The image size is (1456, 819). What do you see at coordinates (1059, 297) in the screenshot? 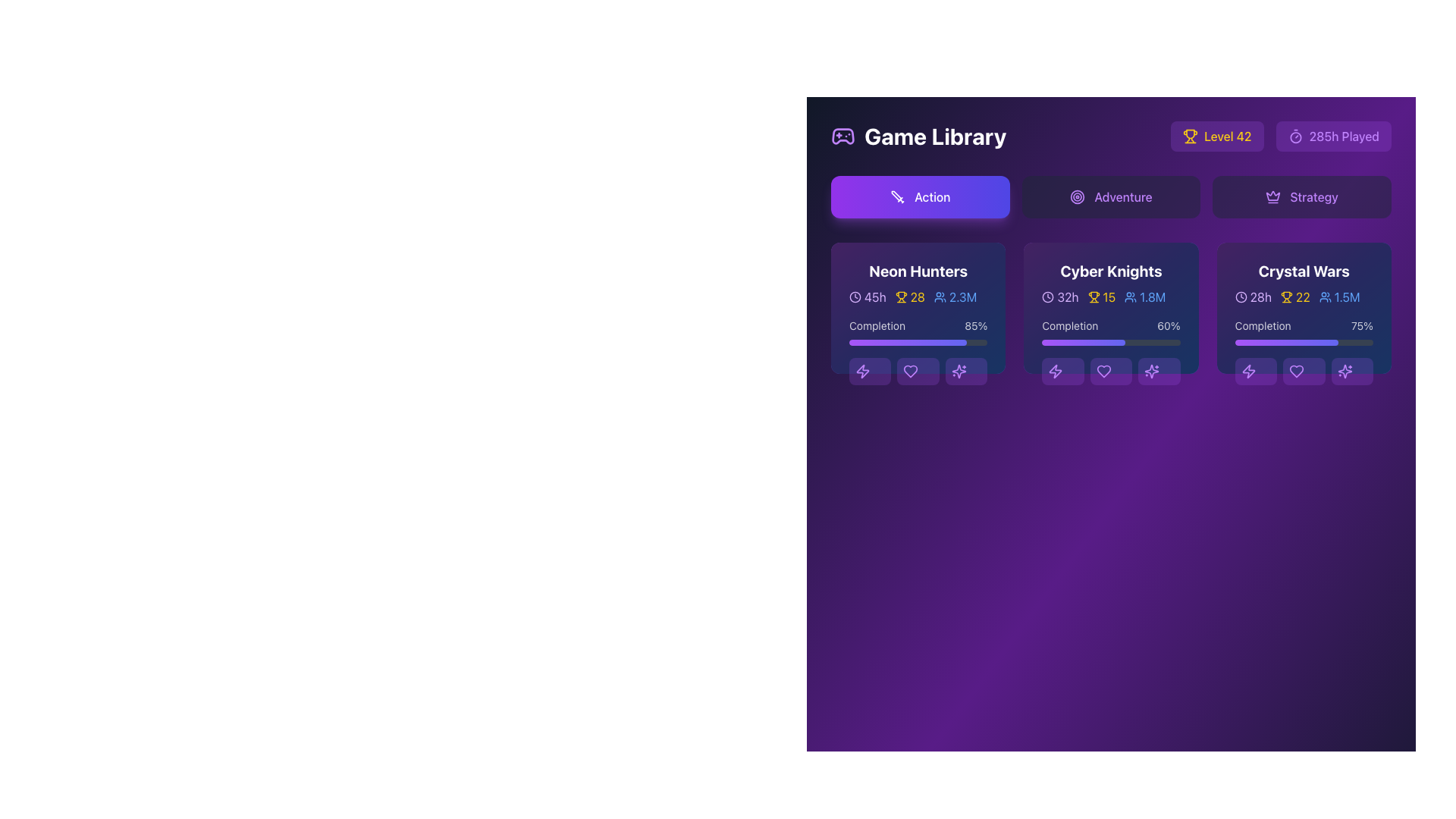
I see `the Text element displaying '32h' in the 'Cyber Knights' section, which is the leftmost item in its group and adjacent to a trophy icon labeled '15'` at bounding box center [1059, 297].